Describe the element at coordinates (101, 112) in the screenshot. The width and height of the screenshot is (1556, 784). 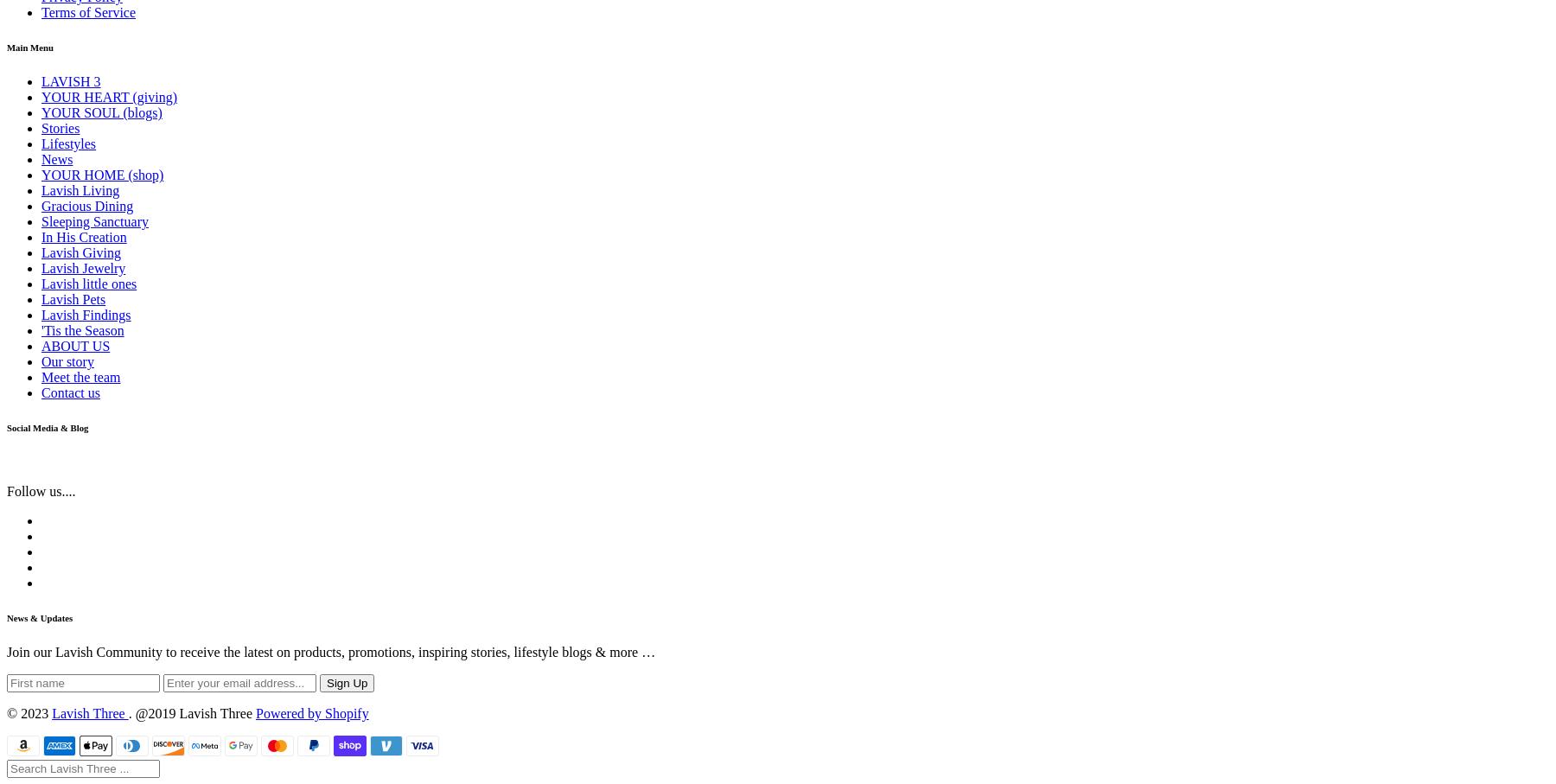
I see `'YOUR SOUL (blogs)'` at that location.